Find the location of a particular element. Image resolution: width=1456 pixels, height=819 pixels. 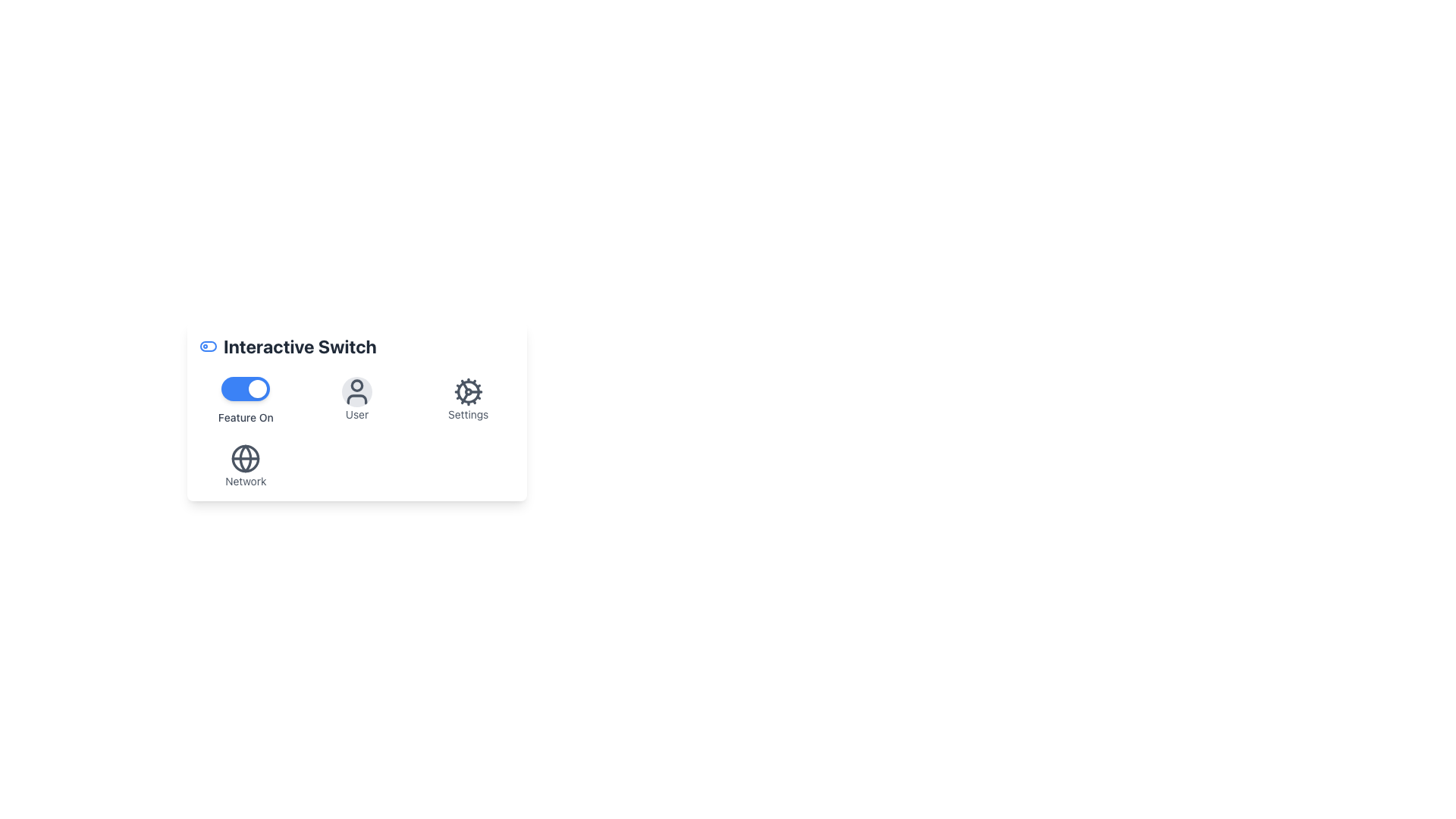

the globe icon representing the 'Network' functionality, which is centered under the heading 'Interactive Switch' is located at coordinates (246, 458).